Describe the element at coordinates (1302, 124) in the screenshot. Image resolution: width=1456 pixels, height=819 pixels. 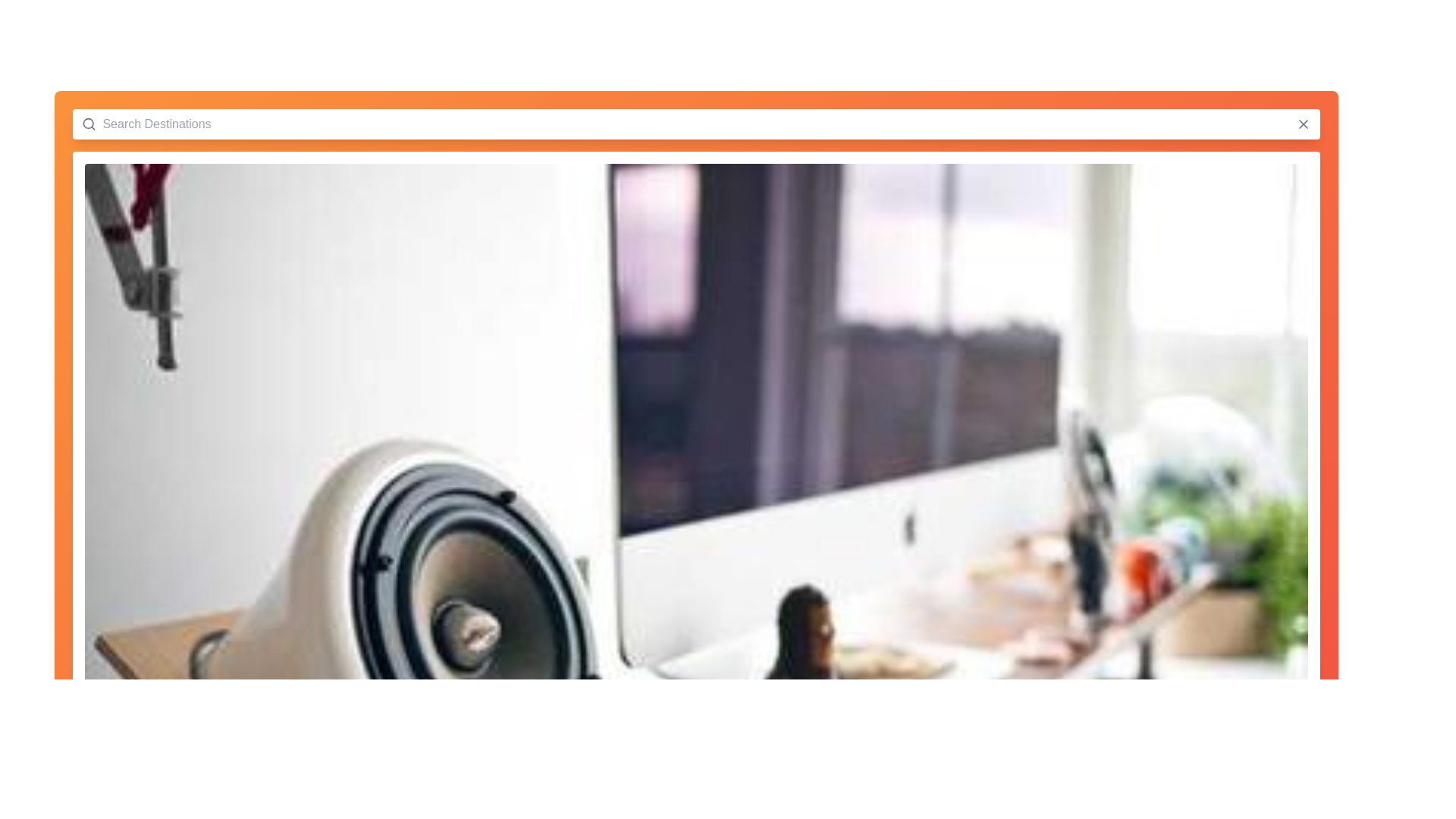
I see `the close button located at the far right side of the header bar above the main content area` at that location.